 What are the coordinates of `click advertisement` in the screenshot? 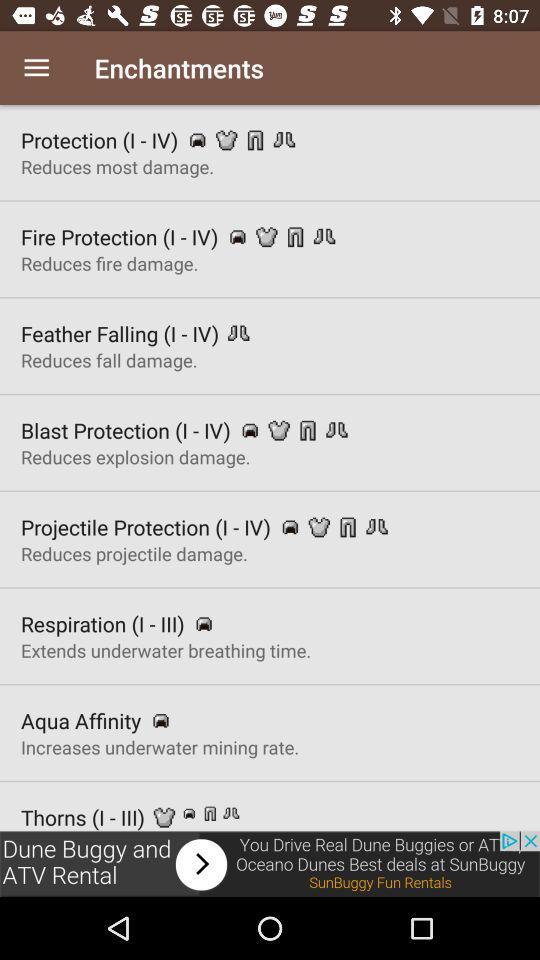 It's located at (270, 863).